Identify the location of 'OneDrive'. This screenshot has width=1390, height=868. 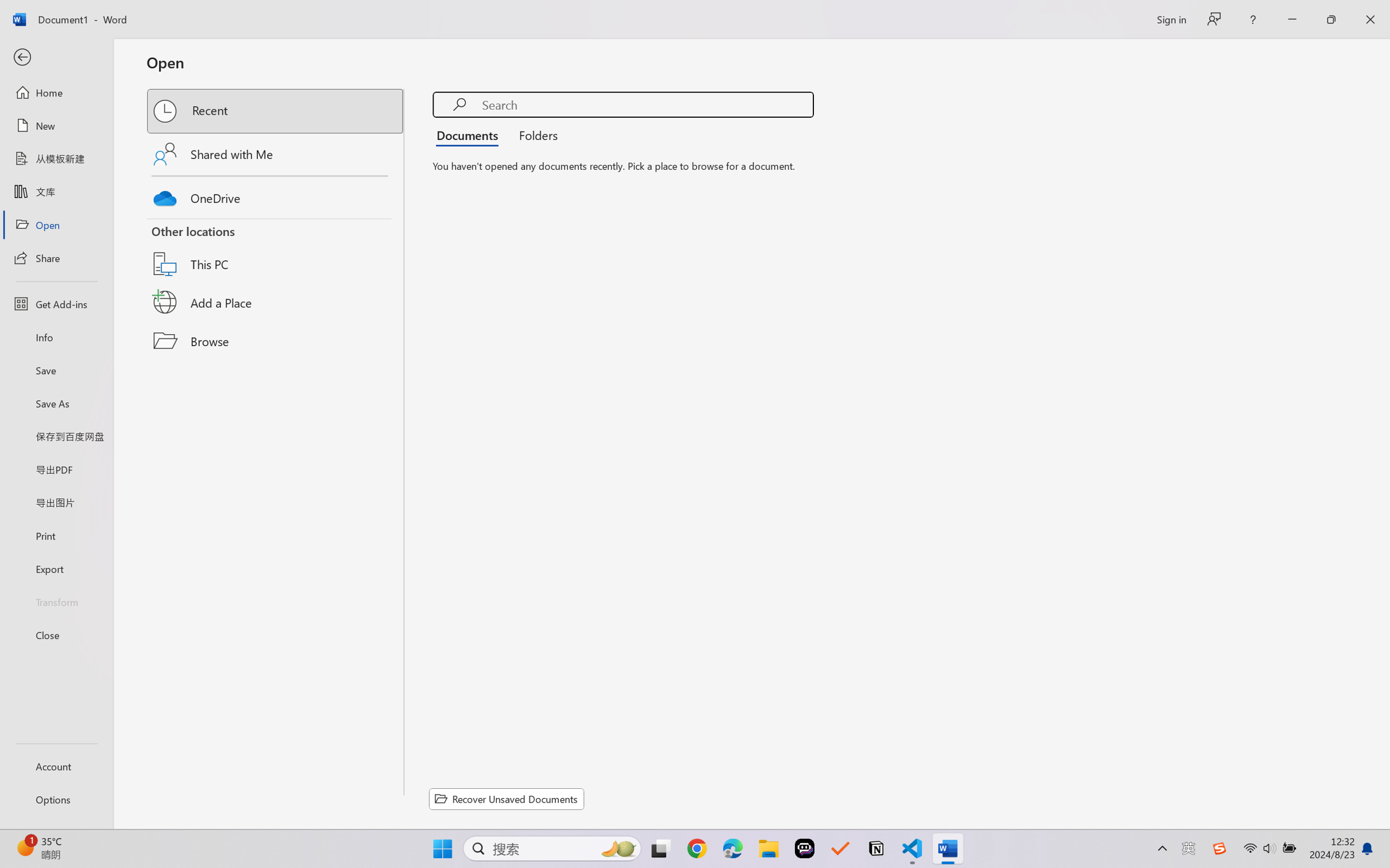
(276, 195).